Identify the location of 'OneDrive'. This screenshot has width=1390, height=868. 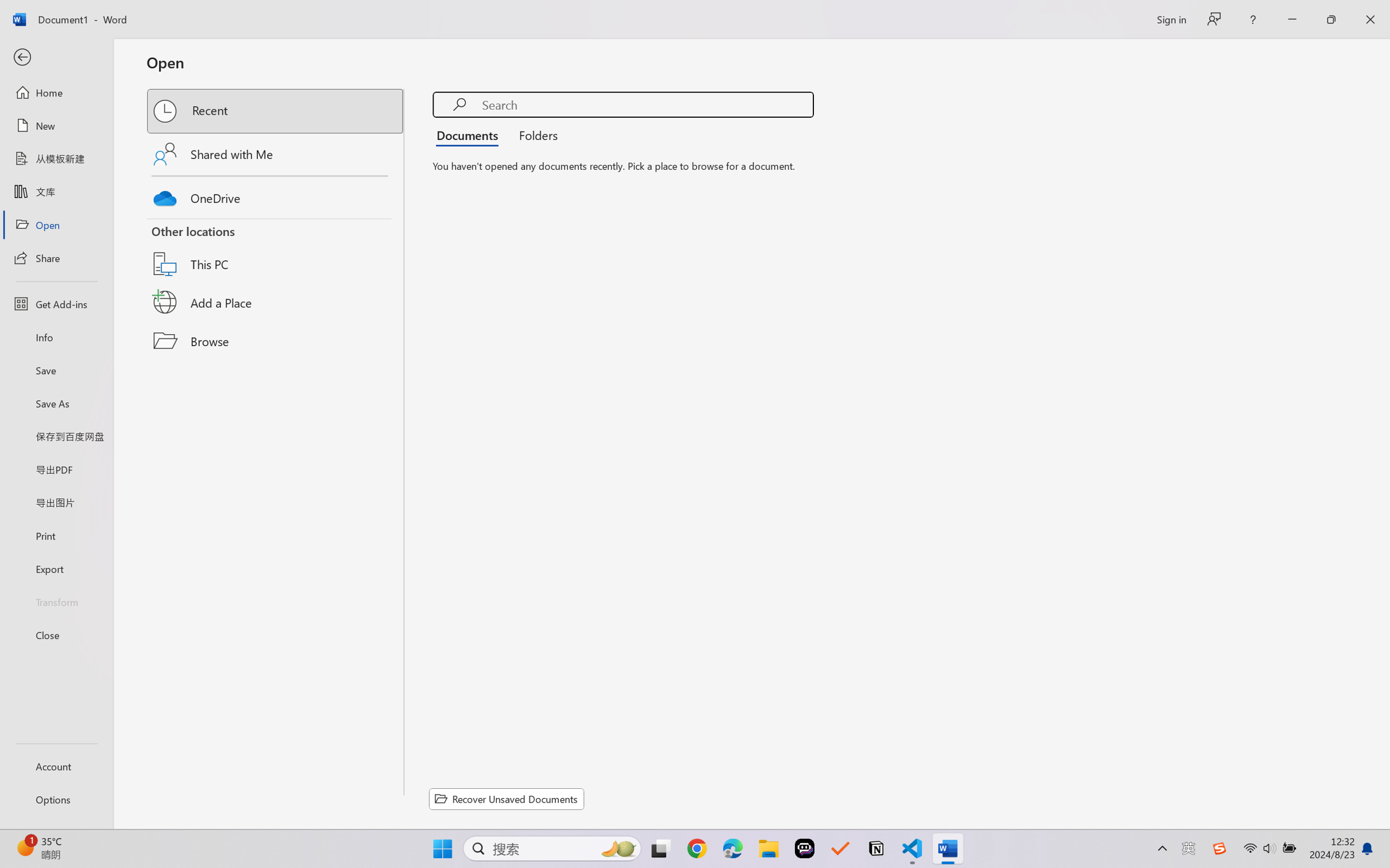
(276, 195).